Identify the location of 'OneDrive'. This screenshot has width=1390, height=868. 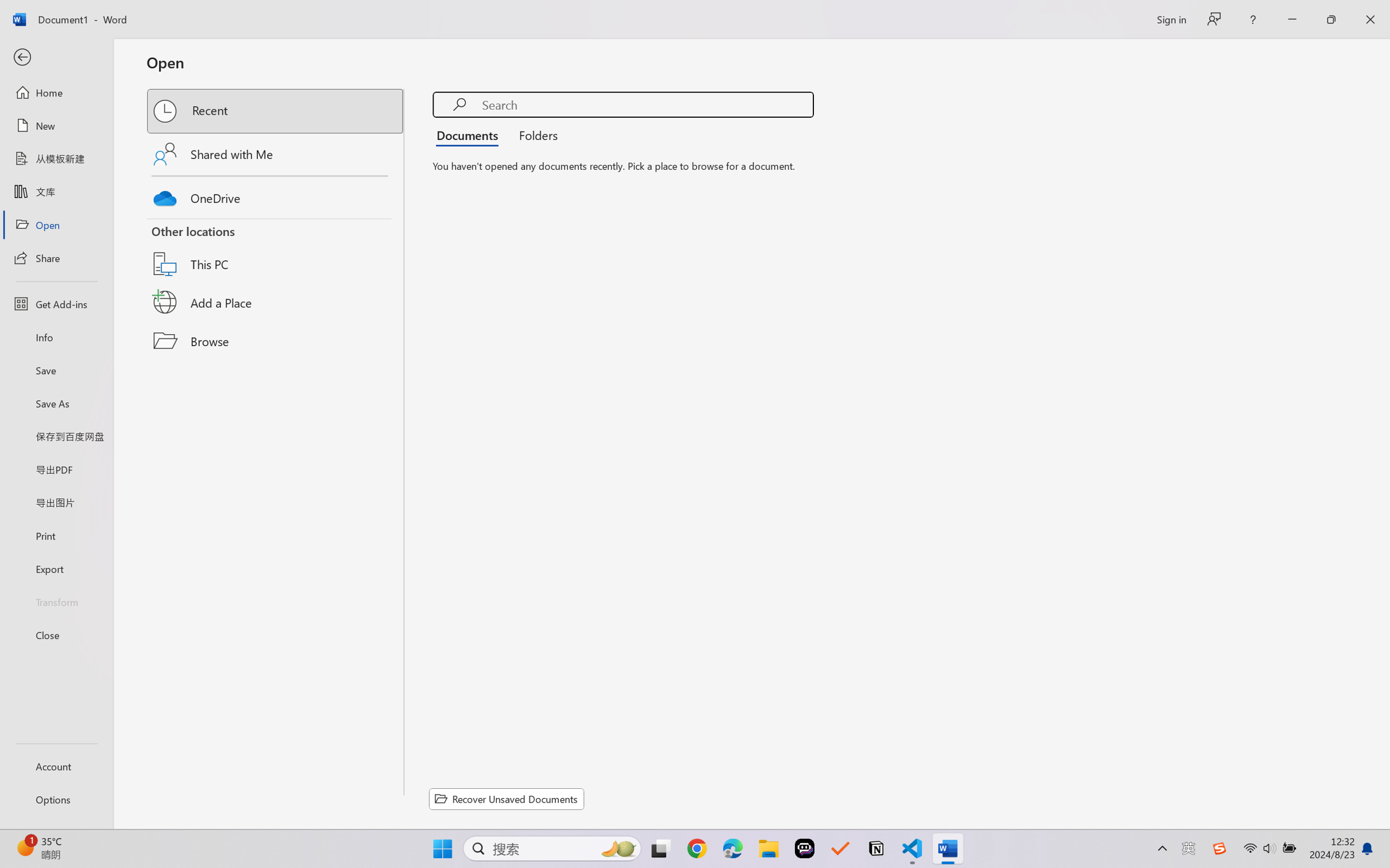
(276, 195).